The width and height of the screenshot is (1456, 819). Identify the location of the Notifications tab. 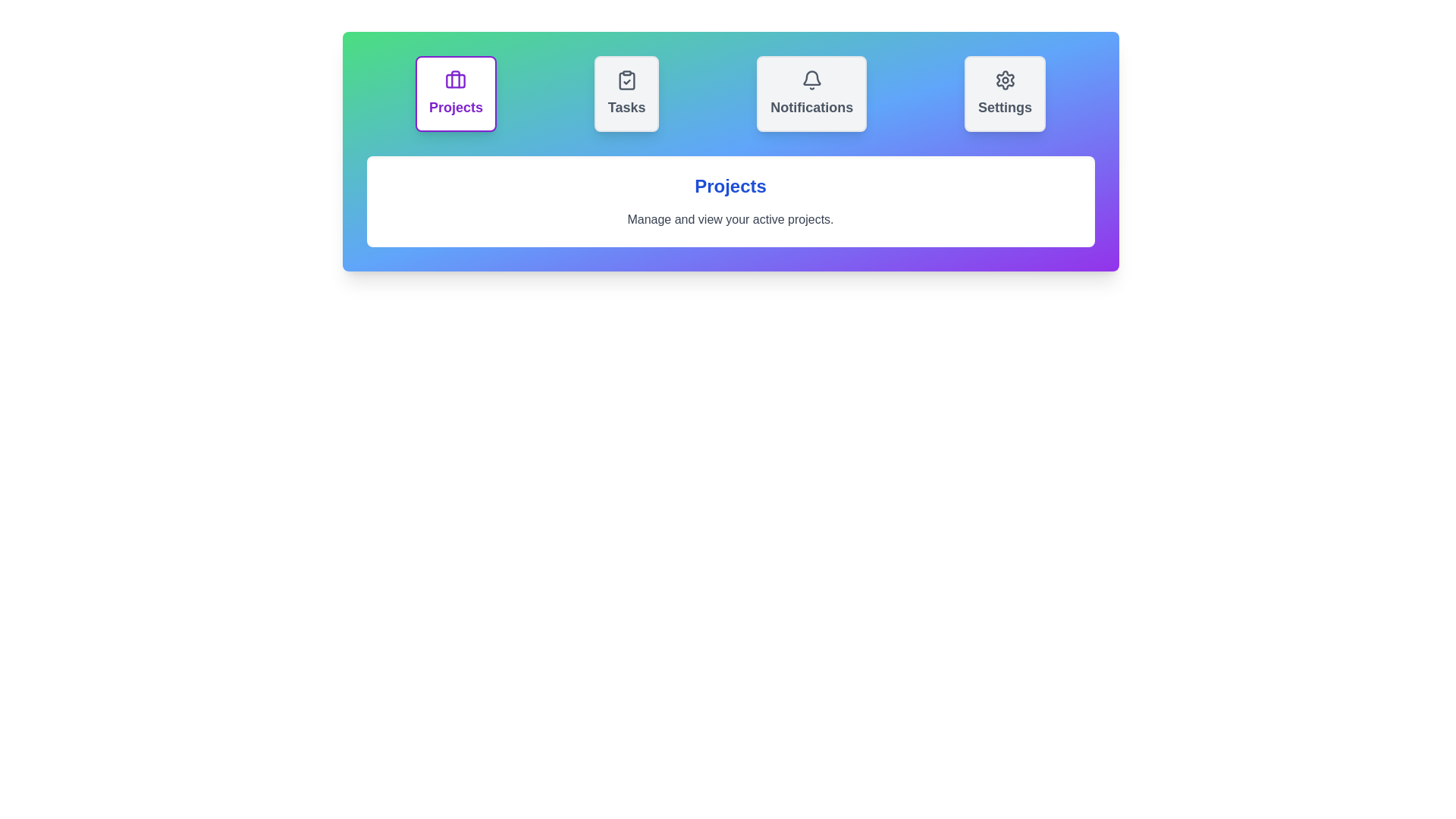
(811, 93).